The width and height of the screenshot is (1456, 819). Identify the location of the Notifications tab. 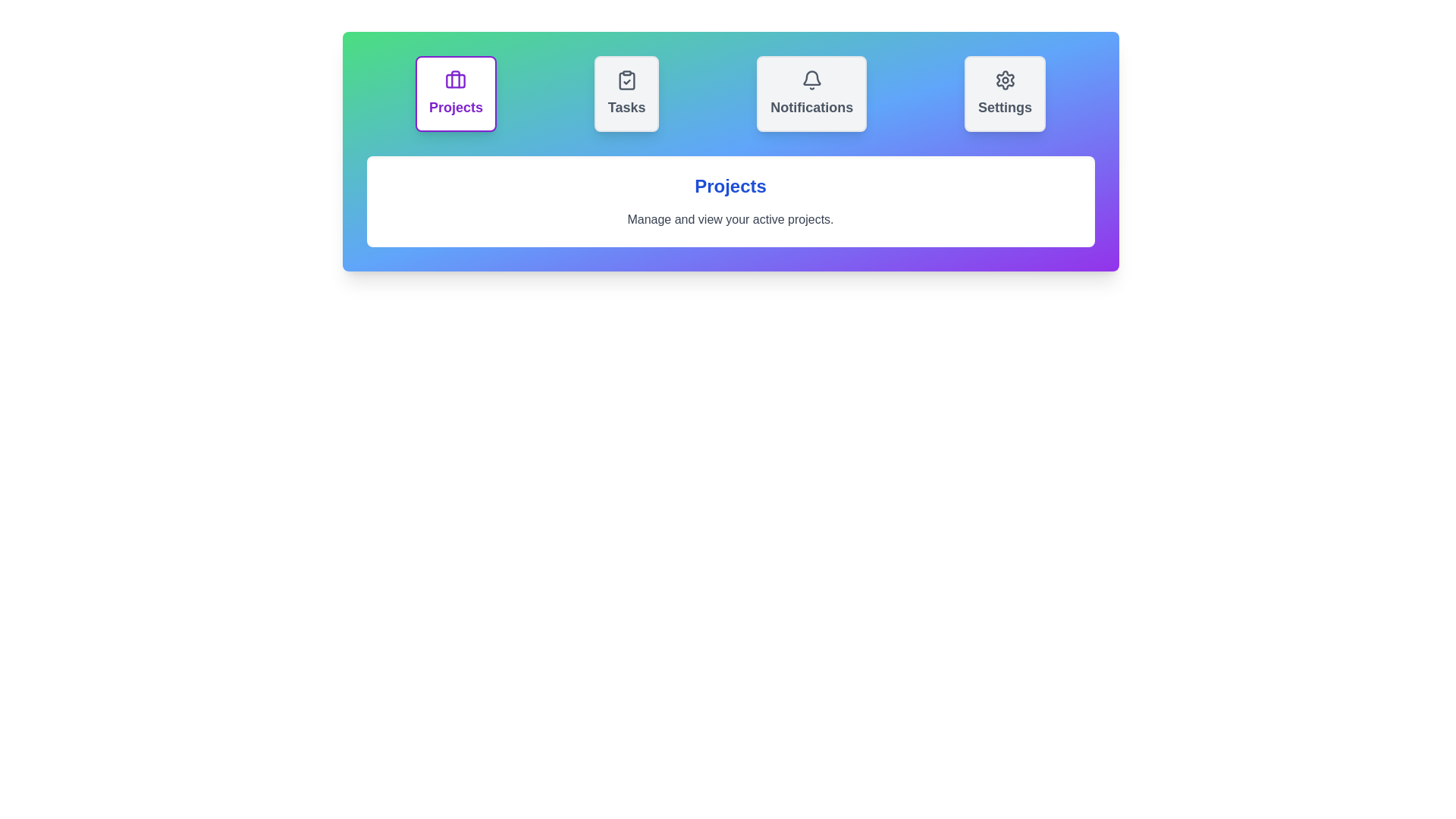
(811, 93).